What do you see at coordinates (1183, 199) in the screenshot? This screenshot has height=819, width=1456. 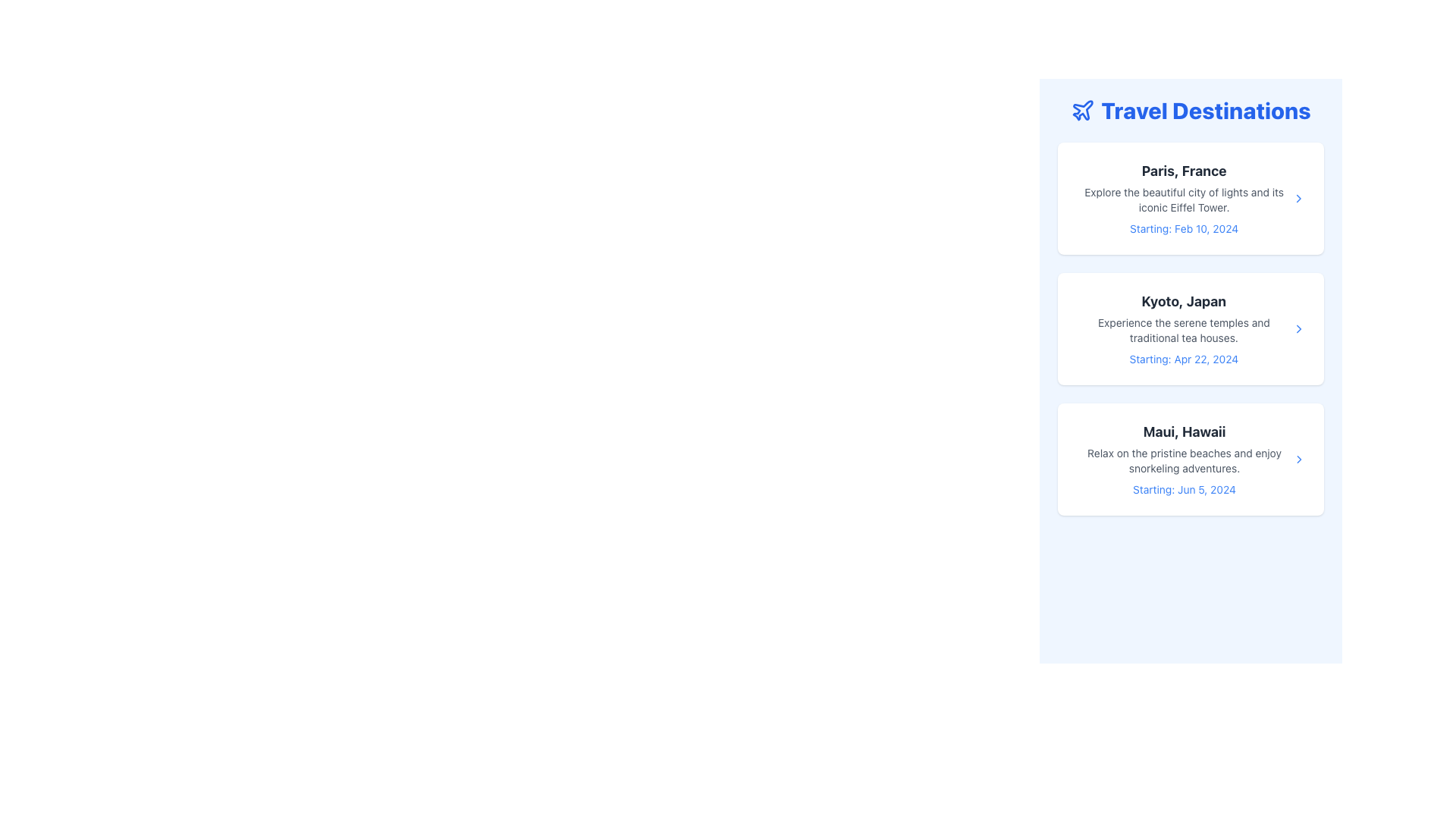 I see `the descriptive text element about the Paris, France travel destination, which is positioned between the heading 'Paris, France' and the subtext 'Starting: Feb 10, 2024' within the travel destination card` at bounding box center [1183, 199].